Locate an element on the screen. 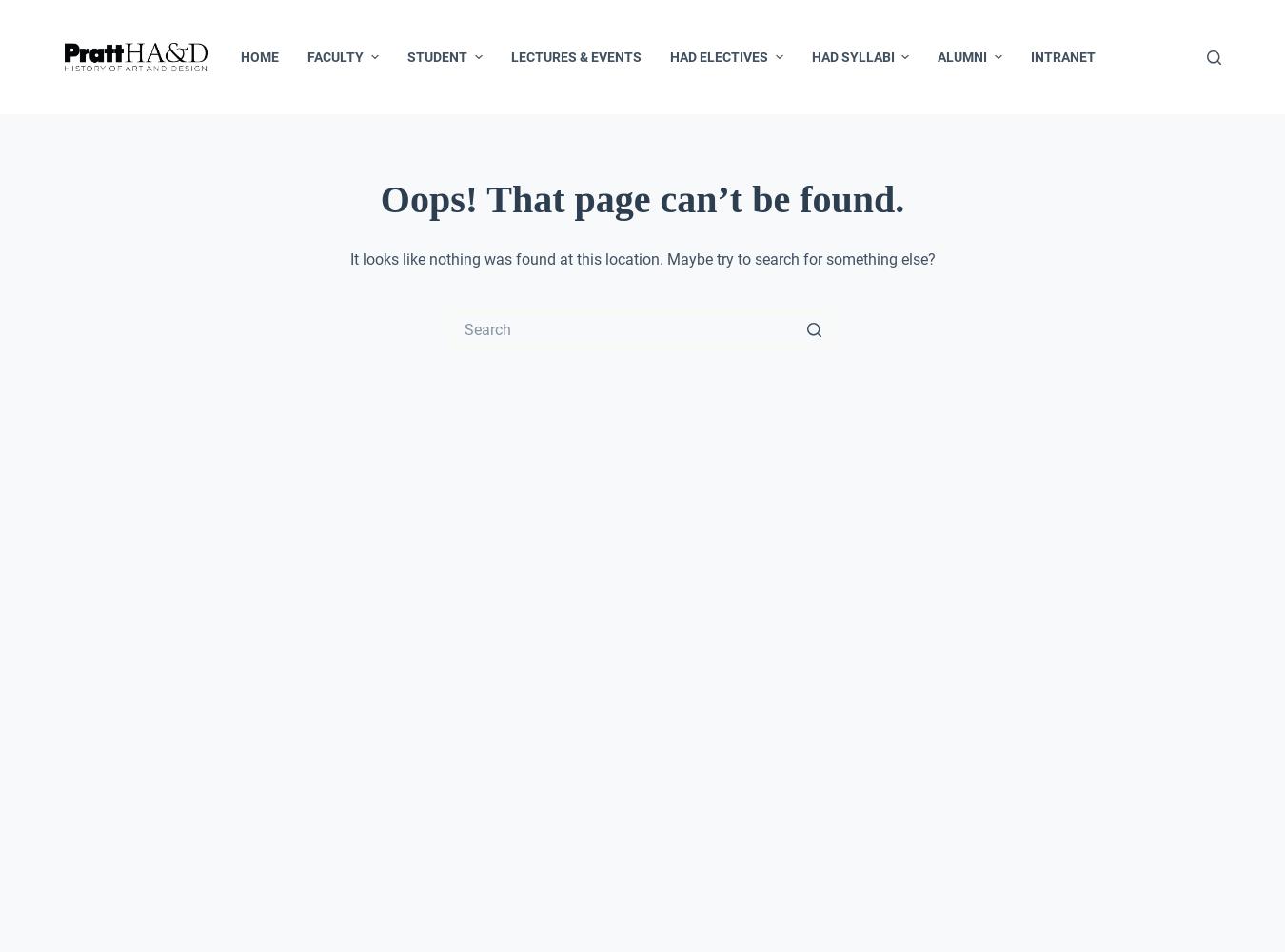 This screenshot has height=952, width=1285. 'HAD Department Calendar (FA23 – SP24)' is located at coordinates (413, 285).